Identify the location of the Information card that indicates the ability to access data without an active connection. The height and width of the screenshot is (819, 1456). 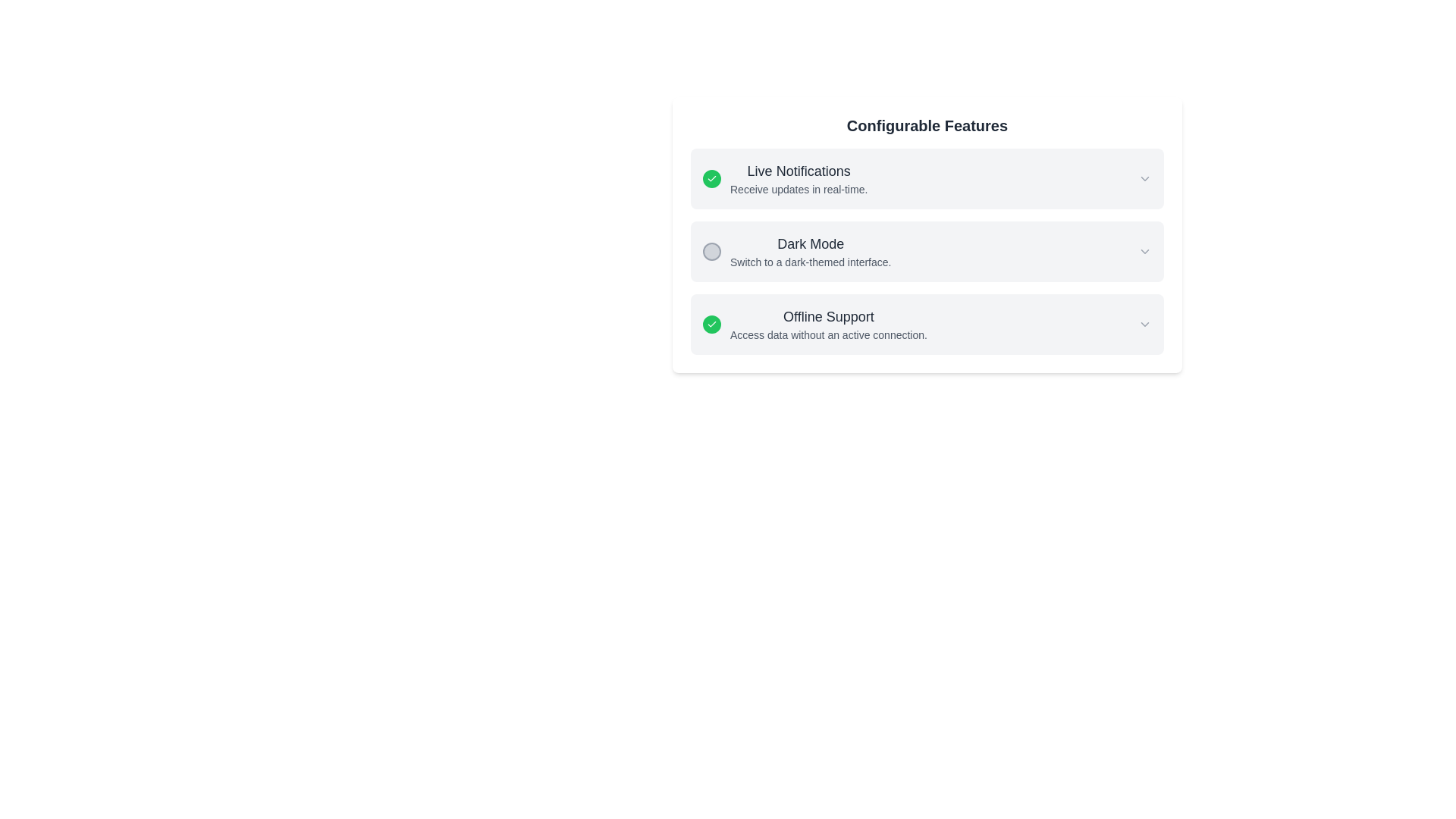
(927, 324).